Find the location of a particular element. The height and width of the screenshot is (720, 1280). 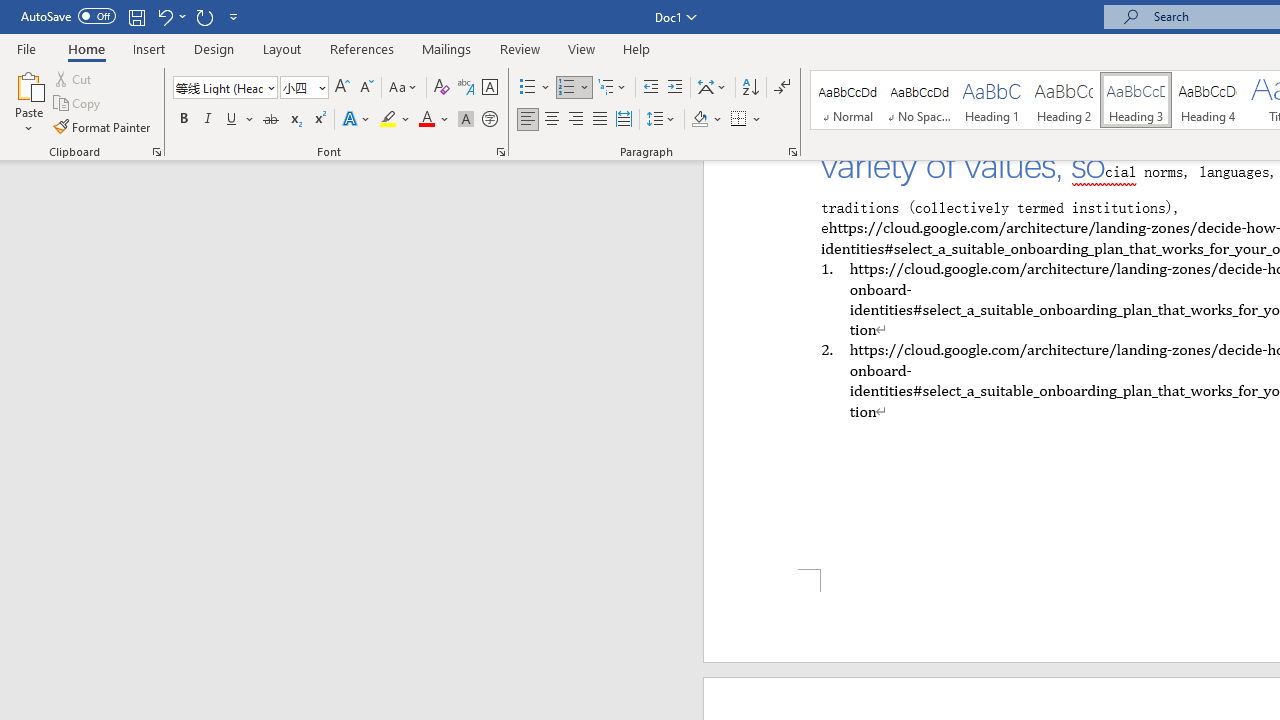

'Align Left' is located at coordinates (528, 119).